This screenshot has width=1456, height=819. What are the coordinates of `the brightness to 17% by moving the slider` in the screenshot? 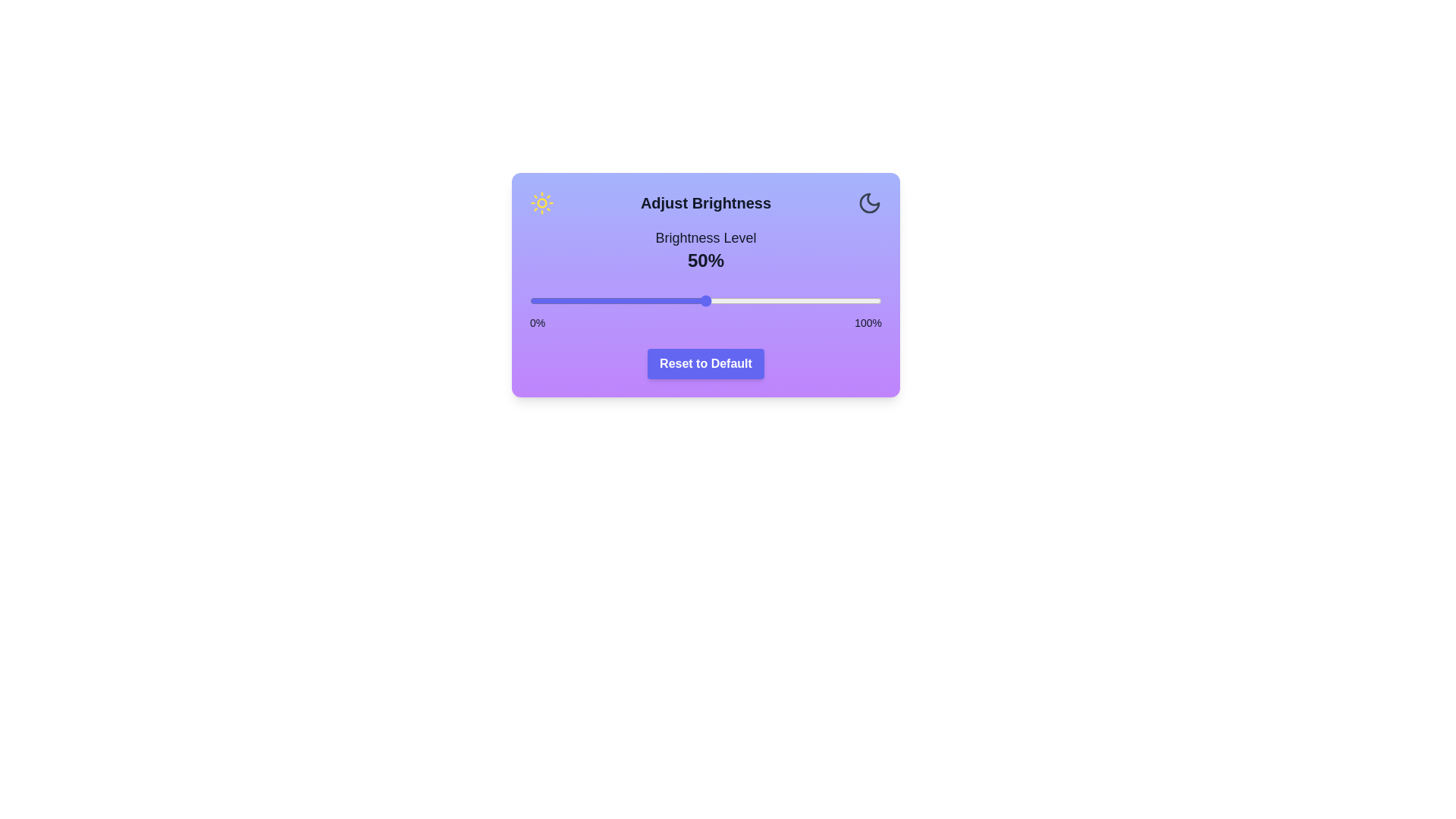 It's located at (588, 301).